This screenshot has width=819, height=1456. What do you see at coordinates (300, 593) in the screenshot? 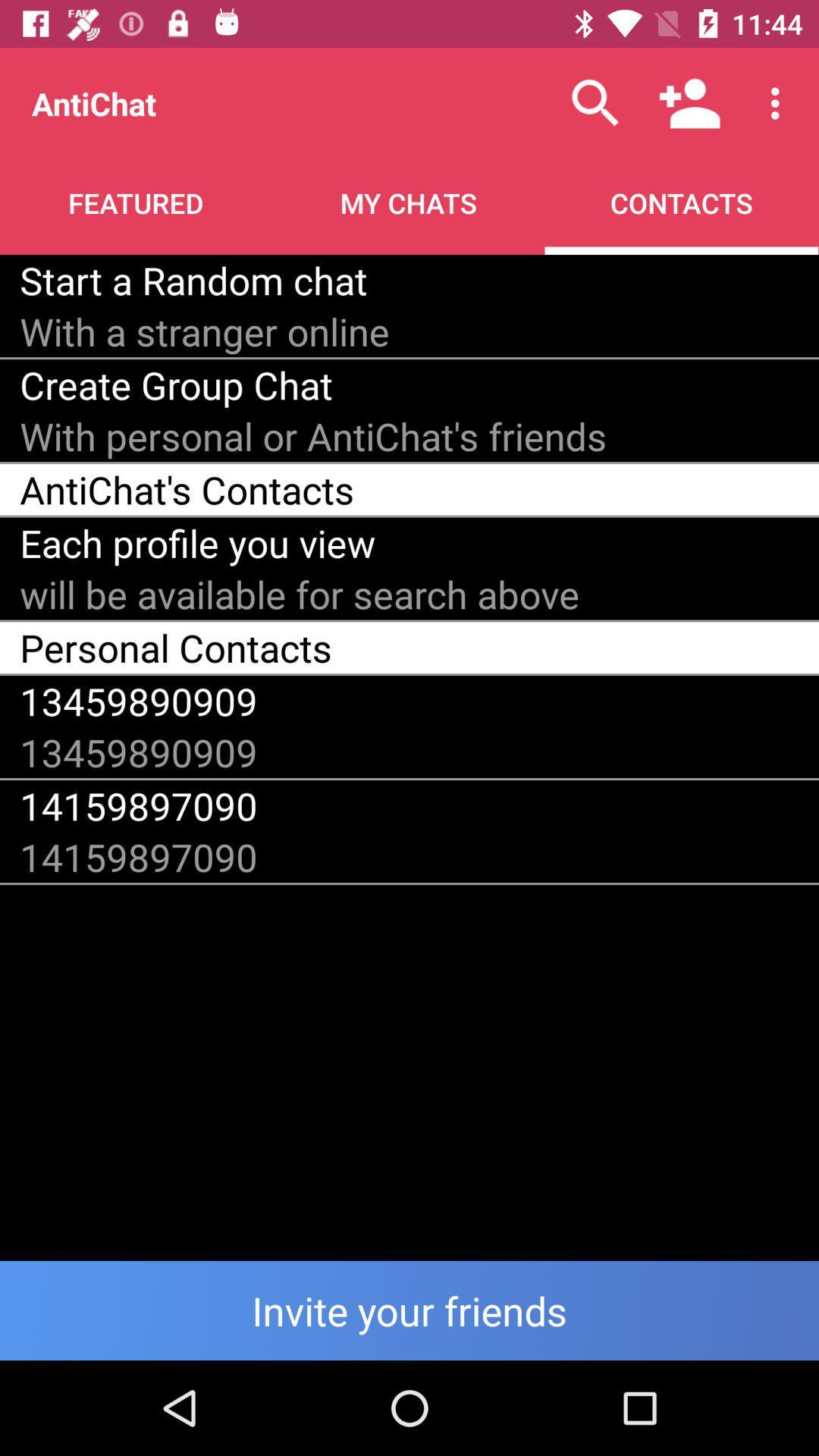
I see `the icon below each profile you` at bounding box center [300, 593].